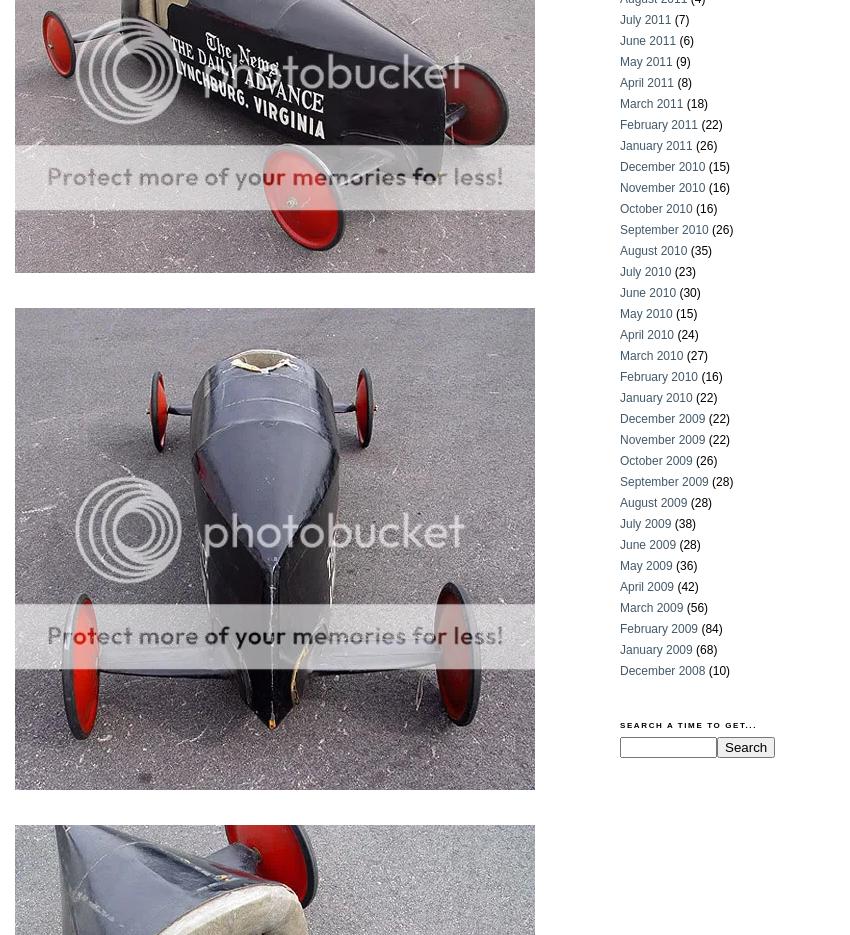 The height and width of the screenshot is (935, 850). Describe the element at coordinates (659, 627) in the screenshot. I see `'February 2009'` at that location.